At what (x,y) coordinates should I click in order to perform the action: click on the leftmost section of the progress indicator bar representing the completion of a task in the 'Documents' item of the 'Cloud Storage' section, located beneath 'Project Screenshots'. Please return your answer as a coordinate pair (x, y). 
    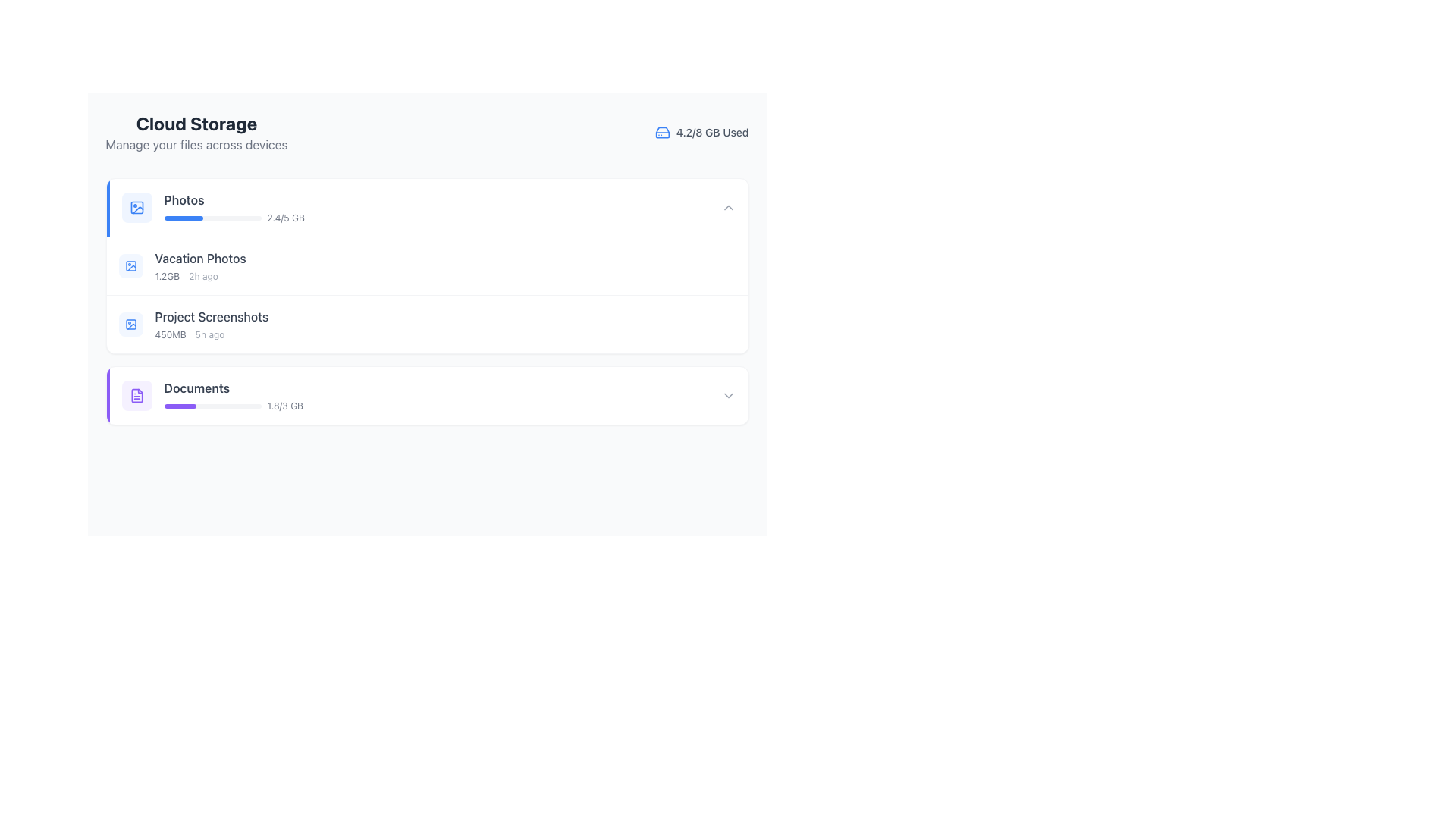
    Looking at the image, I should click on (180, 406).